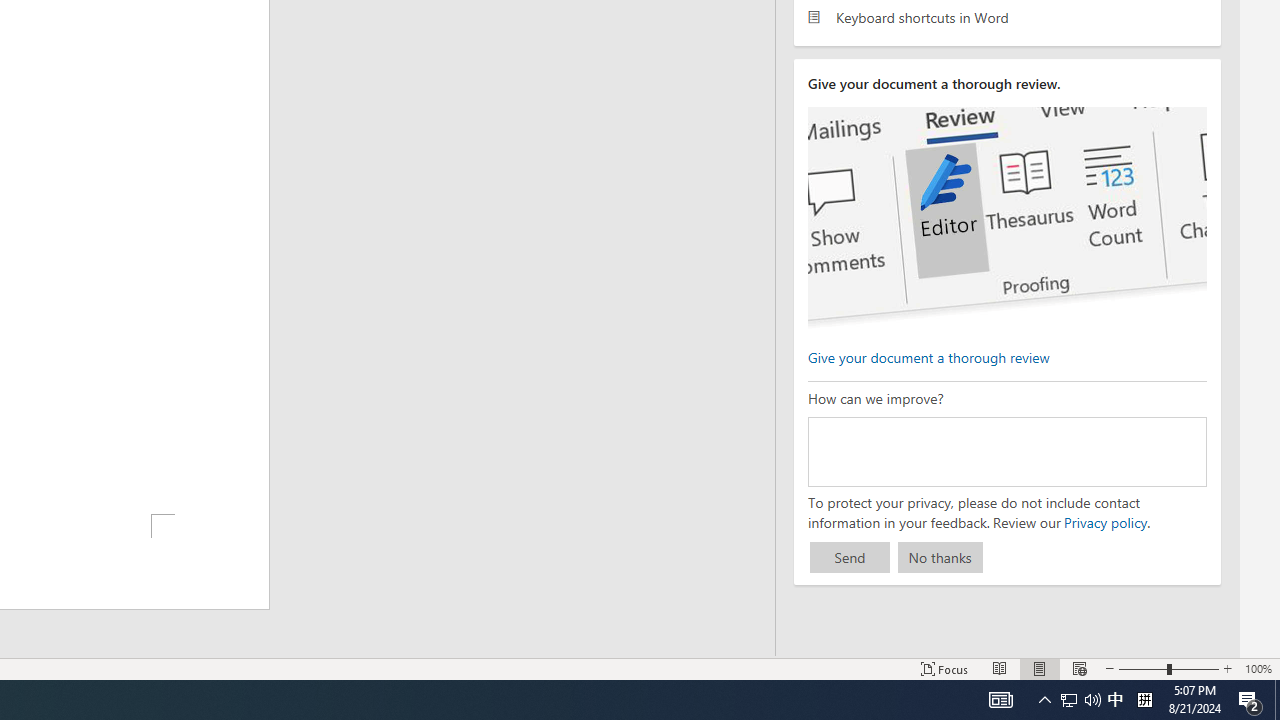 This screenshot has height=720, width=1280. Describe the element at coordinates (849, 557) in the screenshot. I see `'Send'` at that location.